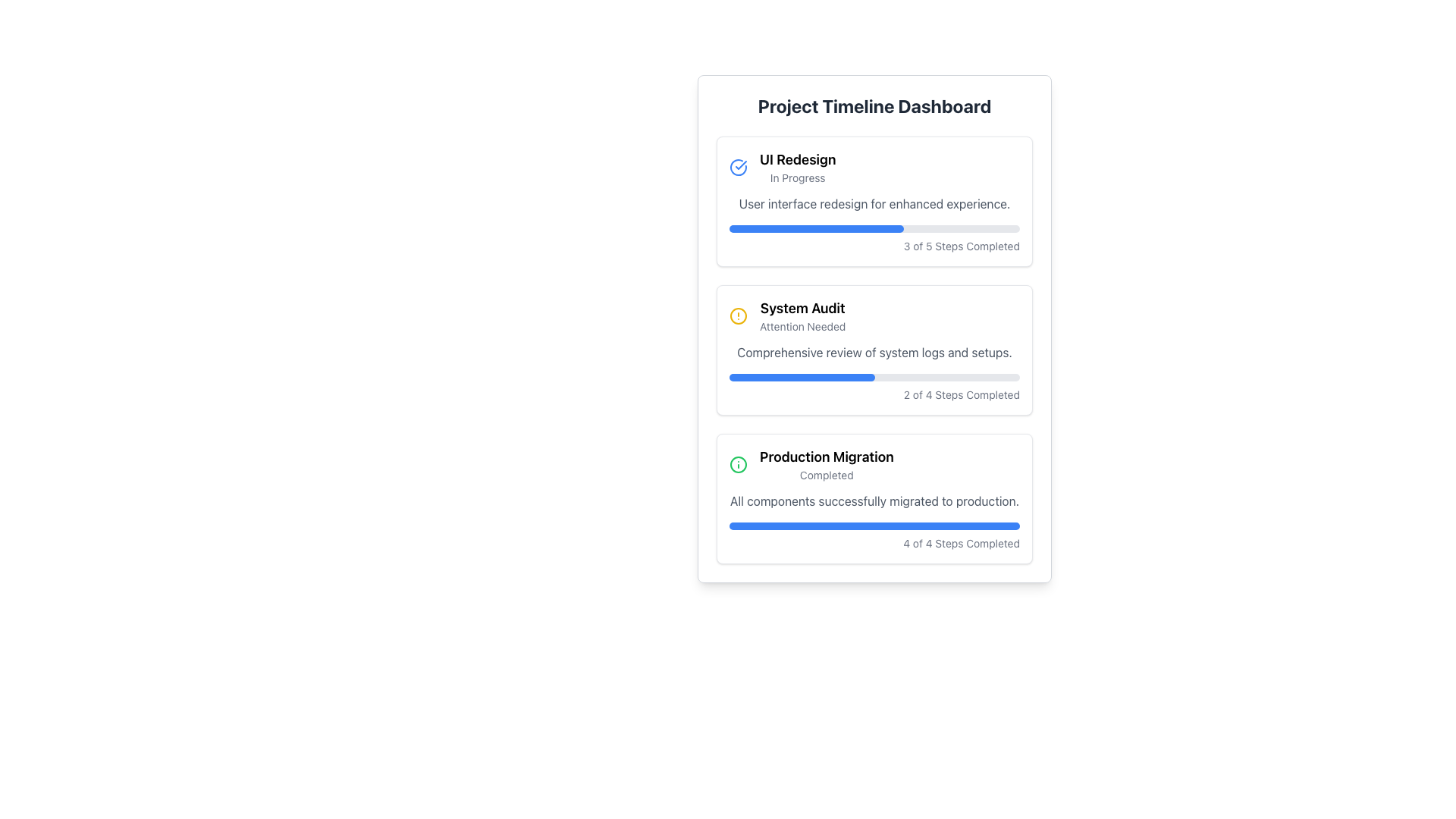 This screenshot has width=1456, height=819. What do you see at coordinates (739, 315) in the screenshot?
I see `the yellow circular icon with an exclamation mark, located to the left of 'System Audit' in the second section of the 'Project Timeline Dashboard'` at bounding box center [739, 315].